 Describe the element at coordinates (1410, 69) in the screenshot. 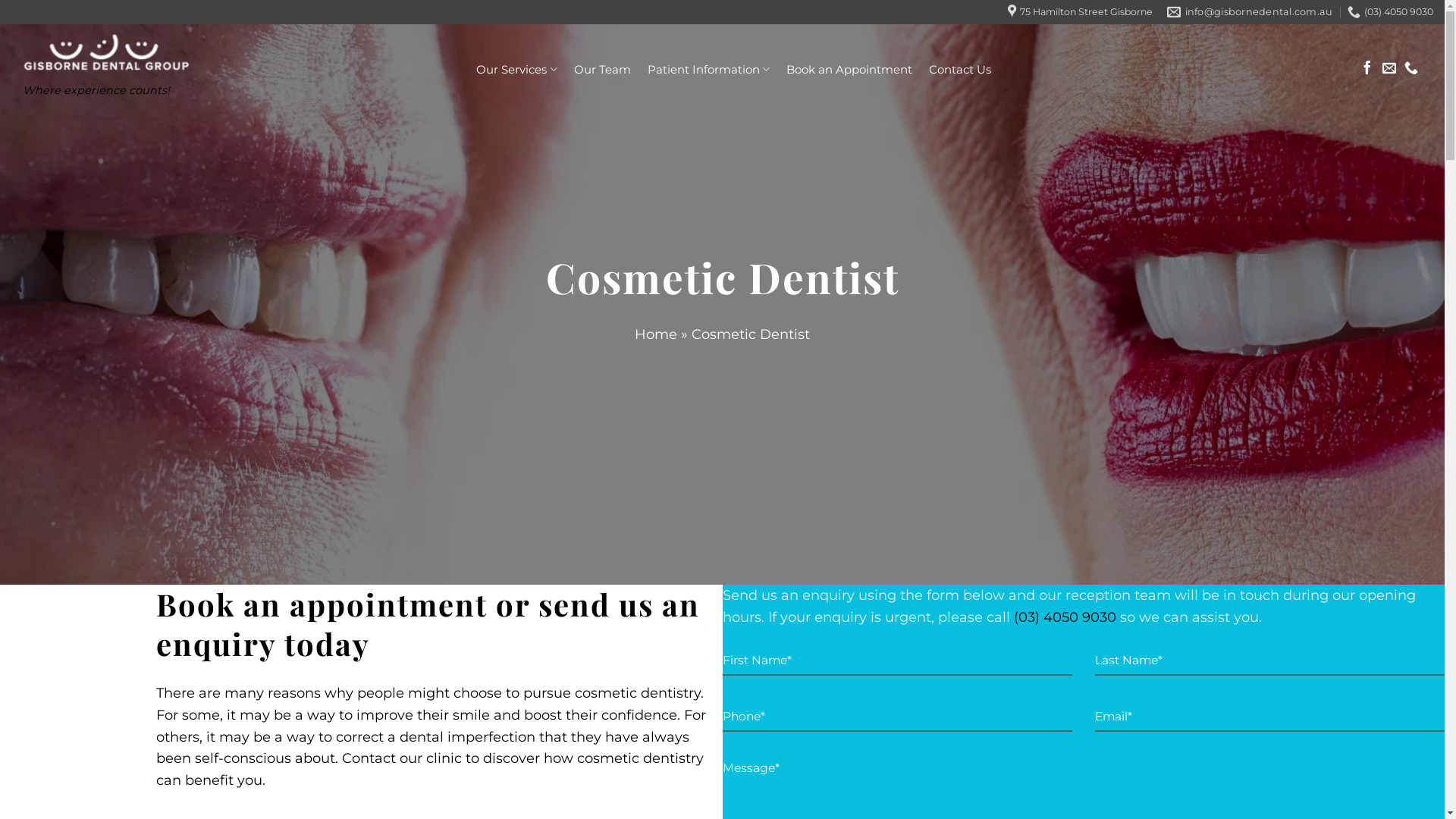

I see `'Call us'` at that location.